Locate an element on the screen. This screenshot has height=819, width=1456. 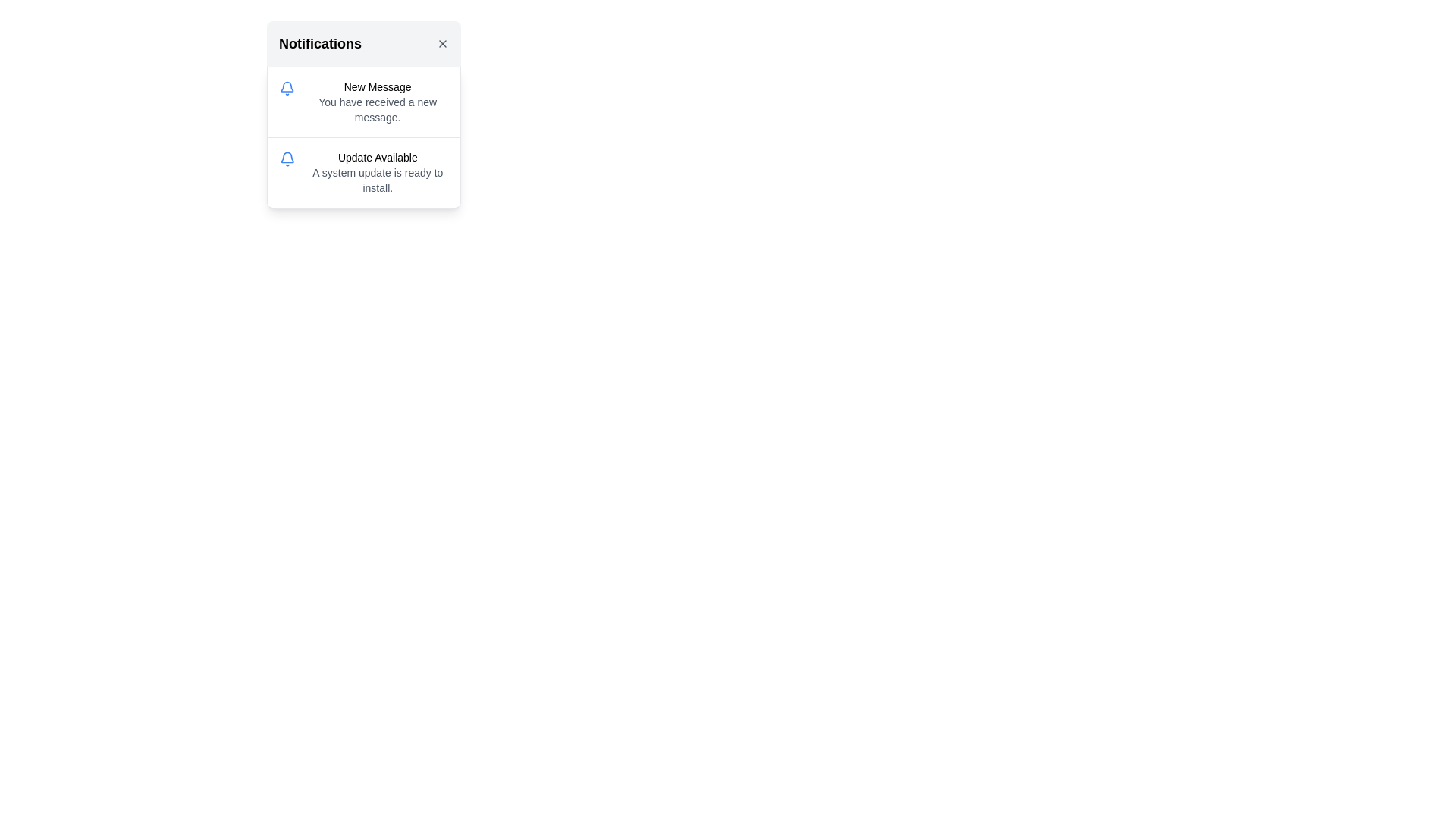
the text block notifying users about an available system update, which is located in the second notification block of the notification dropdown, directly below the 'New Message' title is located at coordinates (378, 171).